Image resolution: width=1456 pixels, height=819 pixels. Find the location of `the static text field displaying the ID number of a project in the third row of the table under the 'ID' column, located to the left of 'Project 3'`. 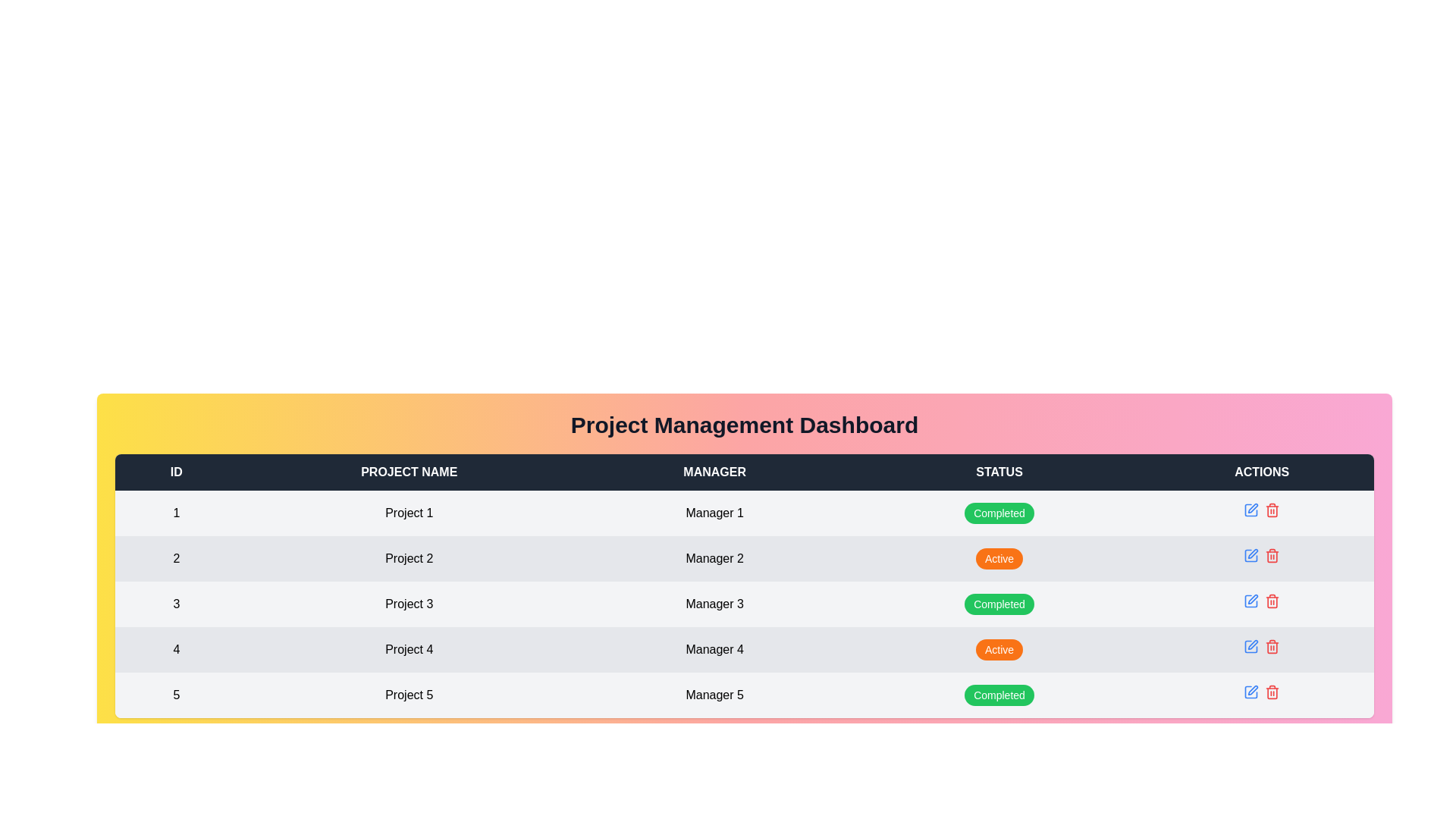

the static text field displaying the ID number of a project in the third row of the table under the 'ID' column, located to the left of 'Project 3' is located at coordinates (176, 604).